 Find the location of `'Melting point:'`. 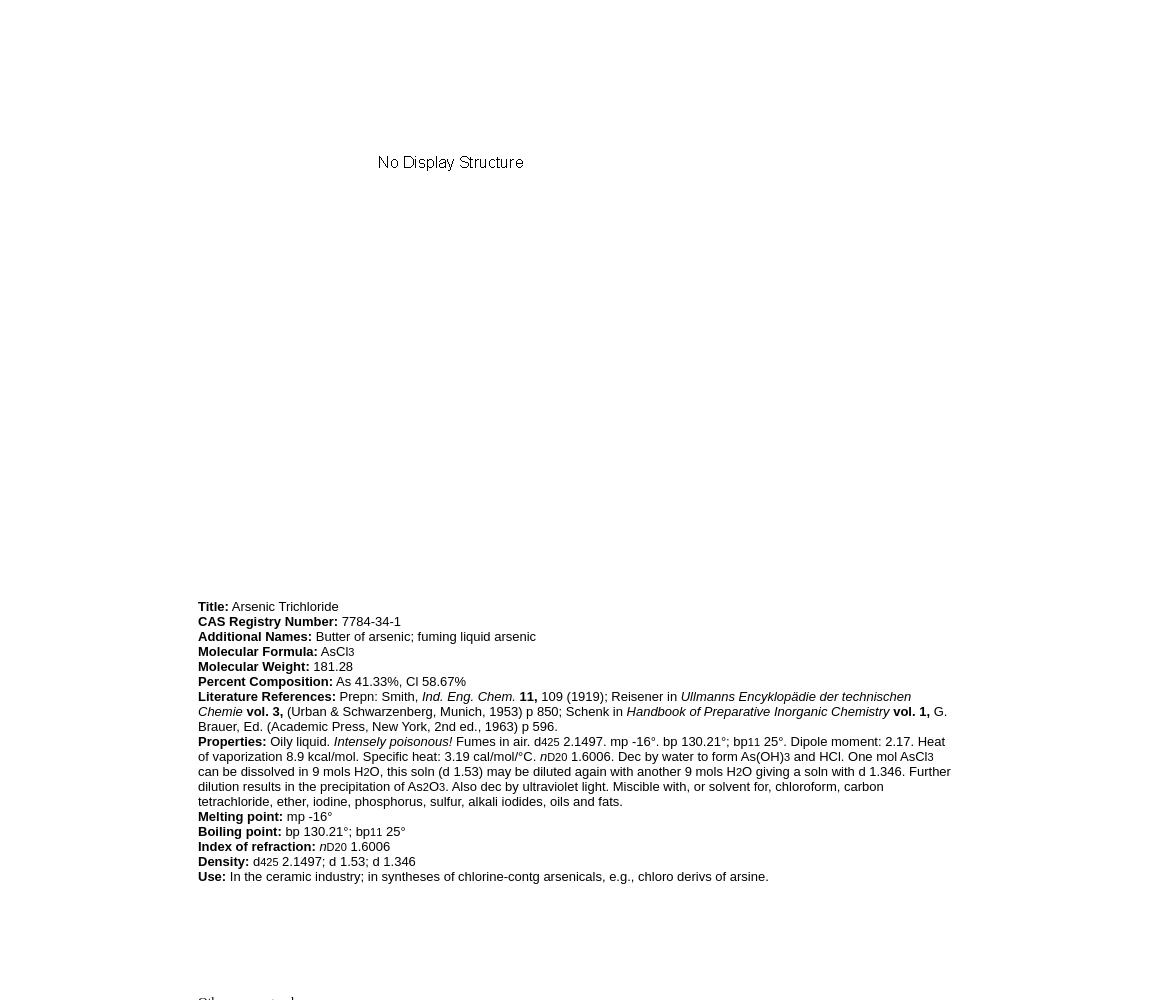

'Melting point:' is located at coordinates (239, 815).